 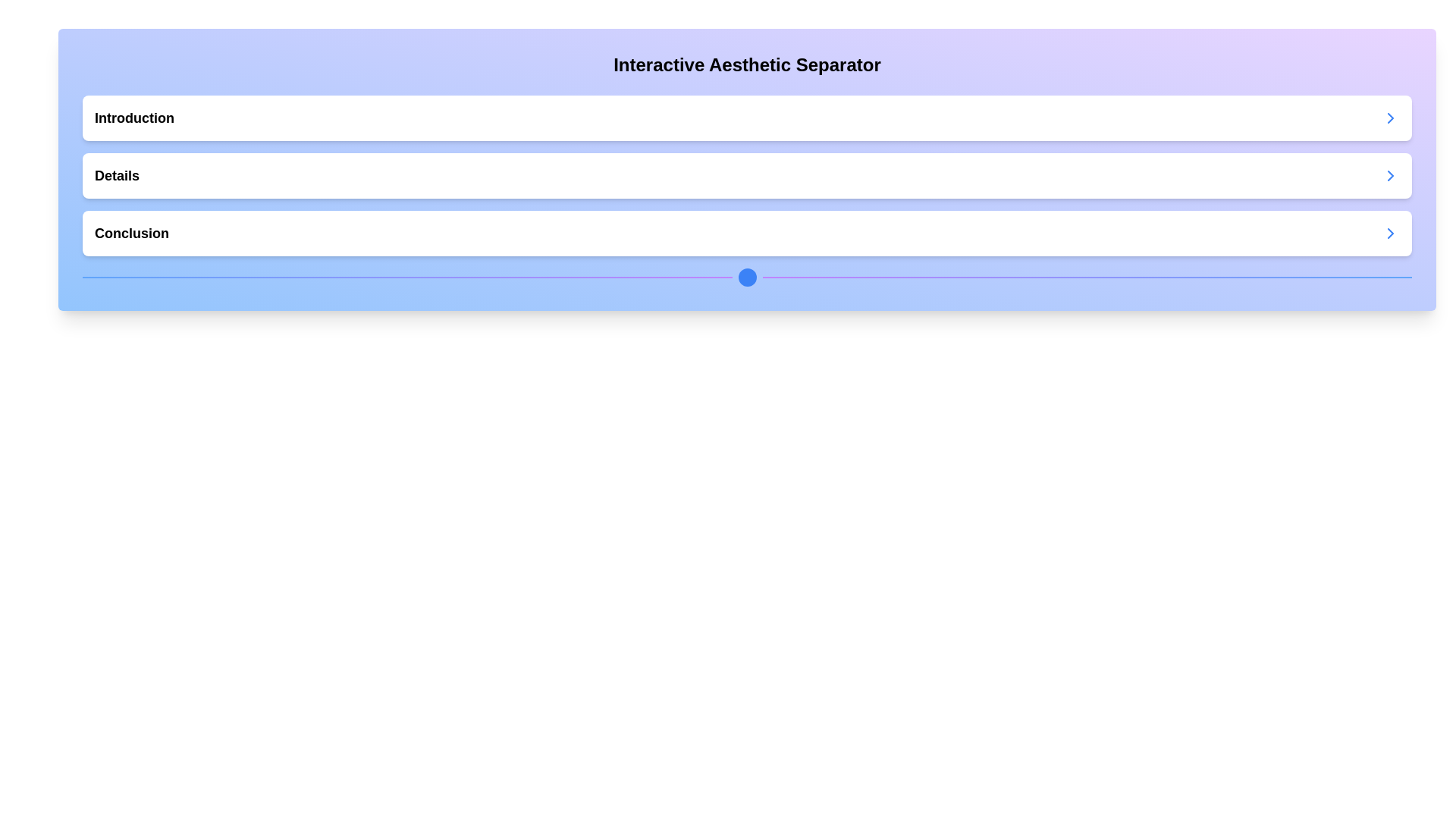 I want to click on the Decorative Line with Centered Dot, which features a gradient color transition from blue to purple and contains a circular blue dot at its center, so click(x=747, y=278).